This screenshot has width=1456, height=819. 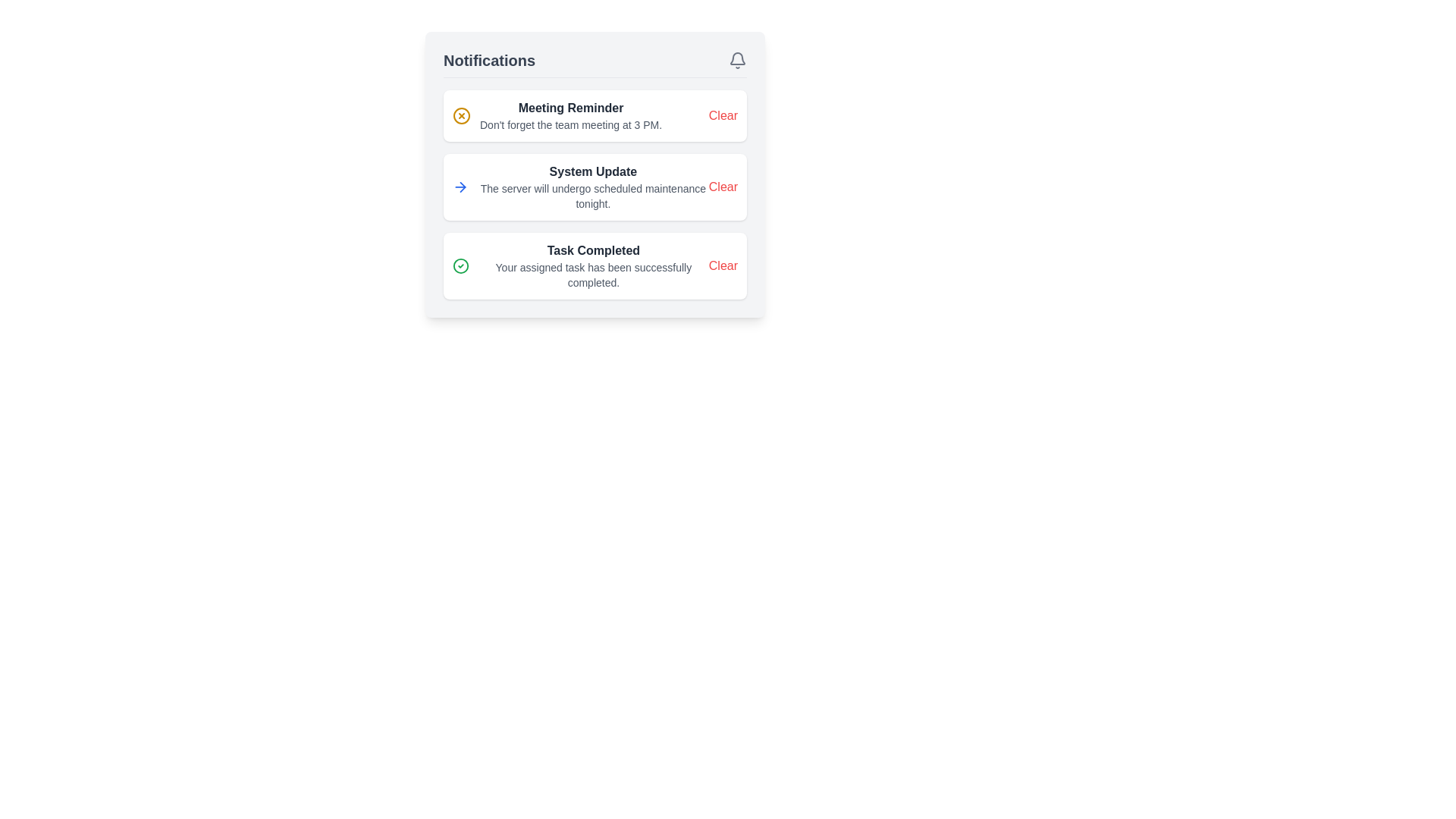 What do you see at coordinates (592, 186) in the screenshot?
I see `contents of the second notification in the system's notification panel that informs about the upcoming server maintenance schedule` at bounding box center [592, 186].